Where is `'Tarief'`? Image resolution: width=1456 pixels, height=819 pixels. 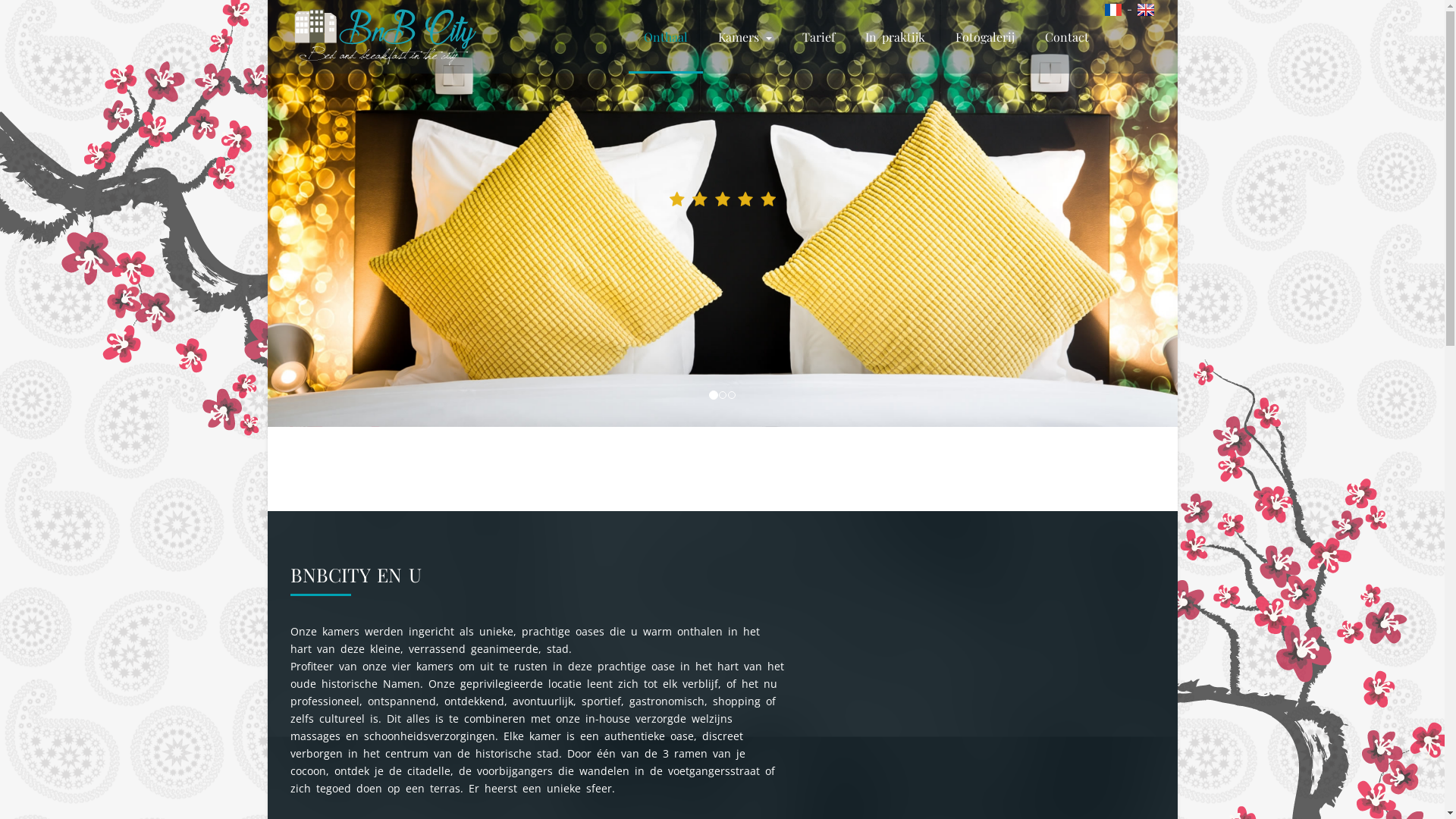
'Tarief' is located at coordinates (817, 36).